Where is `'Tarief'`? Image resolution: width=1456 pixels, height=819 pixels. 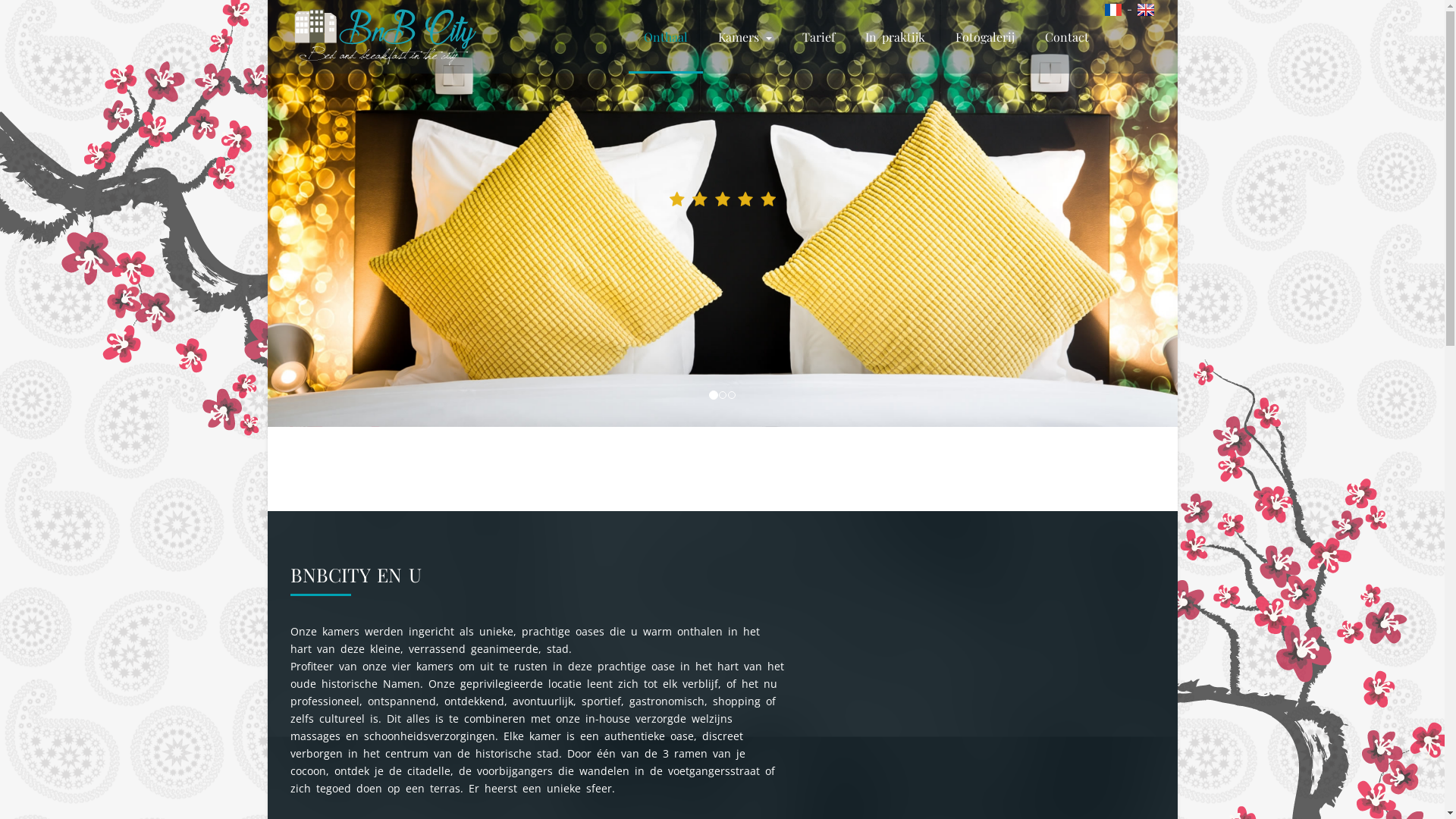
'Tarief' is located at coordinates (817, 36).